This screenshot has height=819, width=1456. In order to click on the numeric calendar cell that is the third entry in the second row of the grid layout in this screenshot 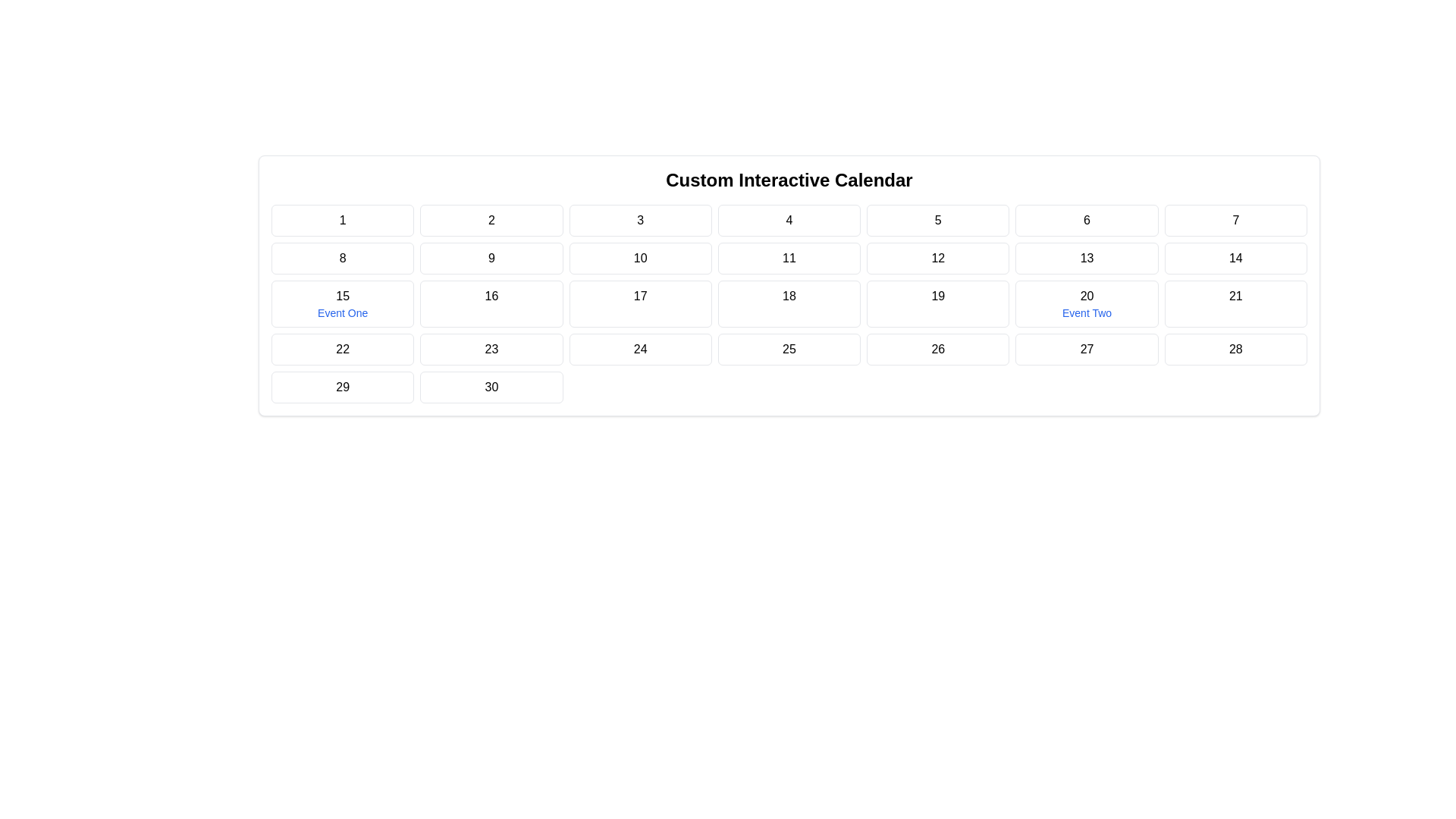, I will do `click(640, 257)`.